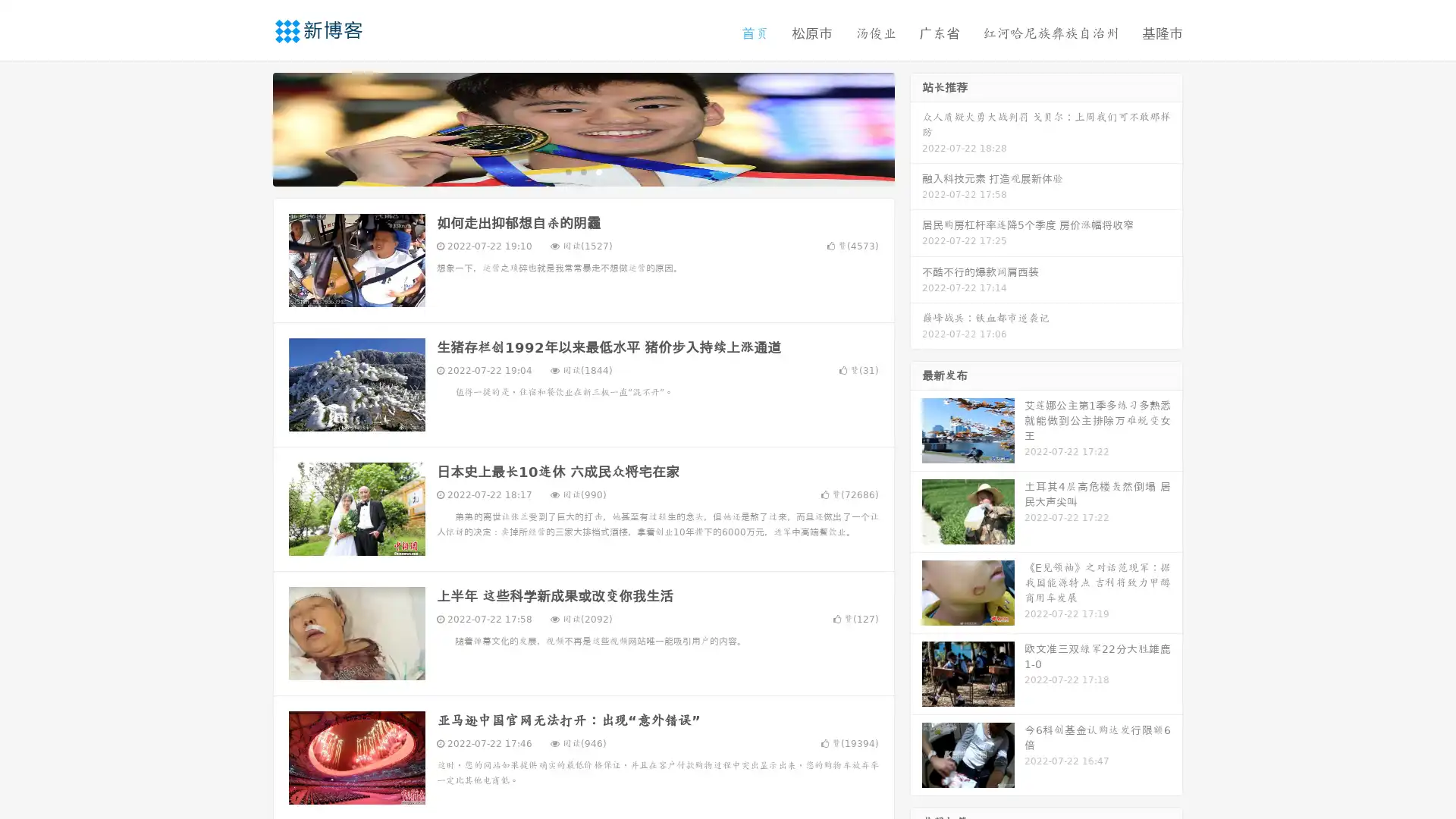 Image resolution: width=1456 pixels, height=819 pixels. I want to click on Previous slide, so click(250, 127).